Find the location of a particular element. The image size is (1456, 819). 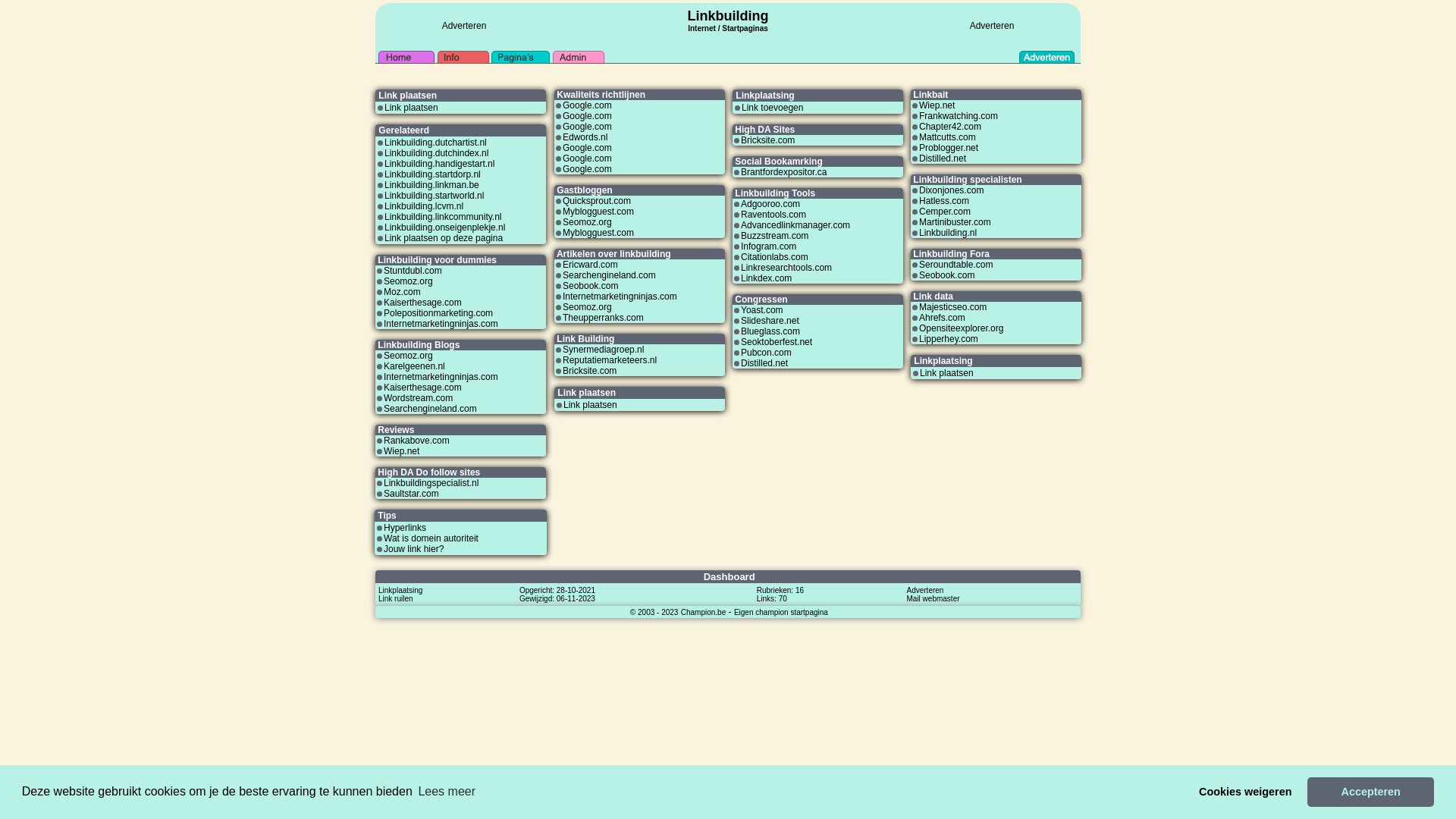

'Link plaatsen op deze pagina' is located at coordinates (443, 237).